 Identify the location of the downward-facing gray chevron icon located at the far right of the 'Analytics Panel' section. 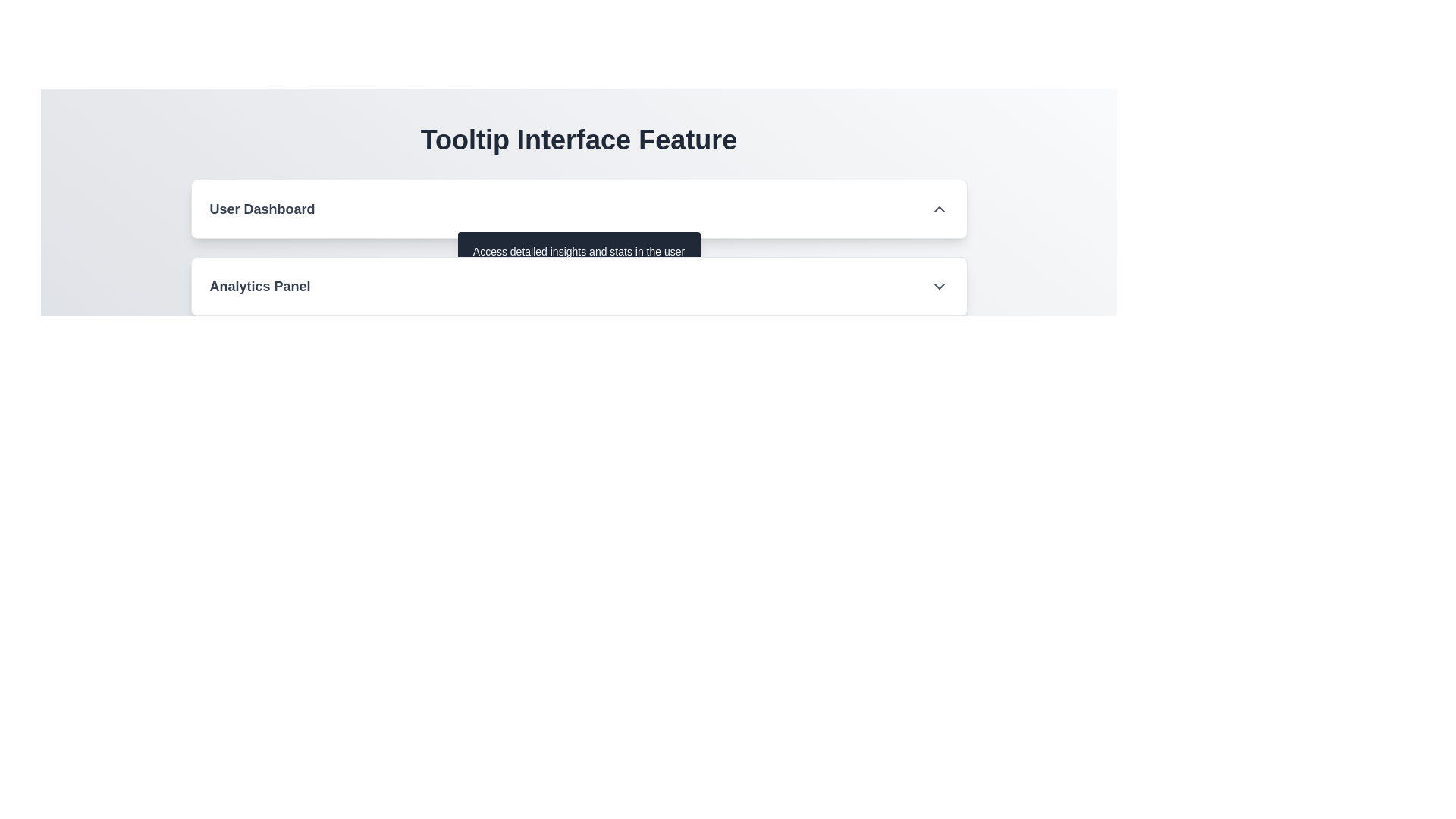
(938, 287).